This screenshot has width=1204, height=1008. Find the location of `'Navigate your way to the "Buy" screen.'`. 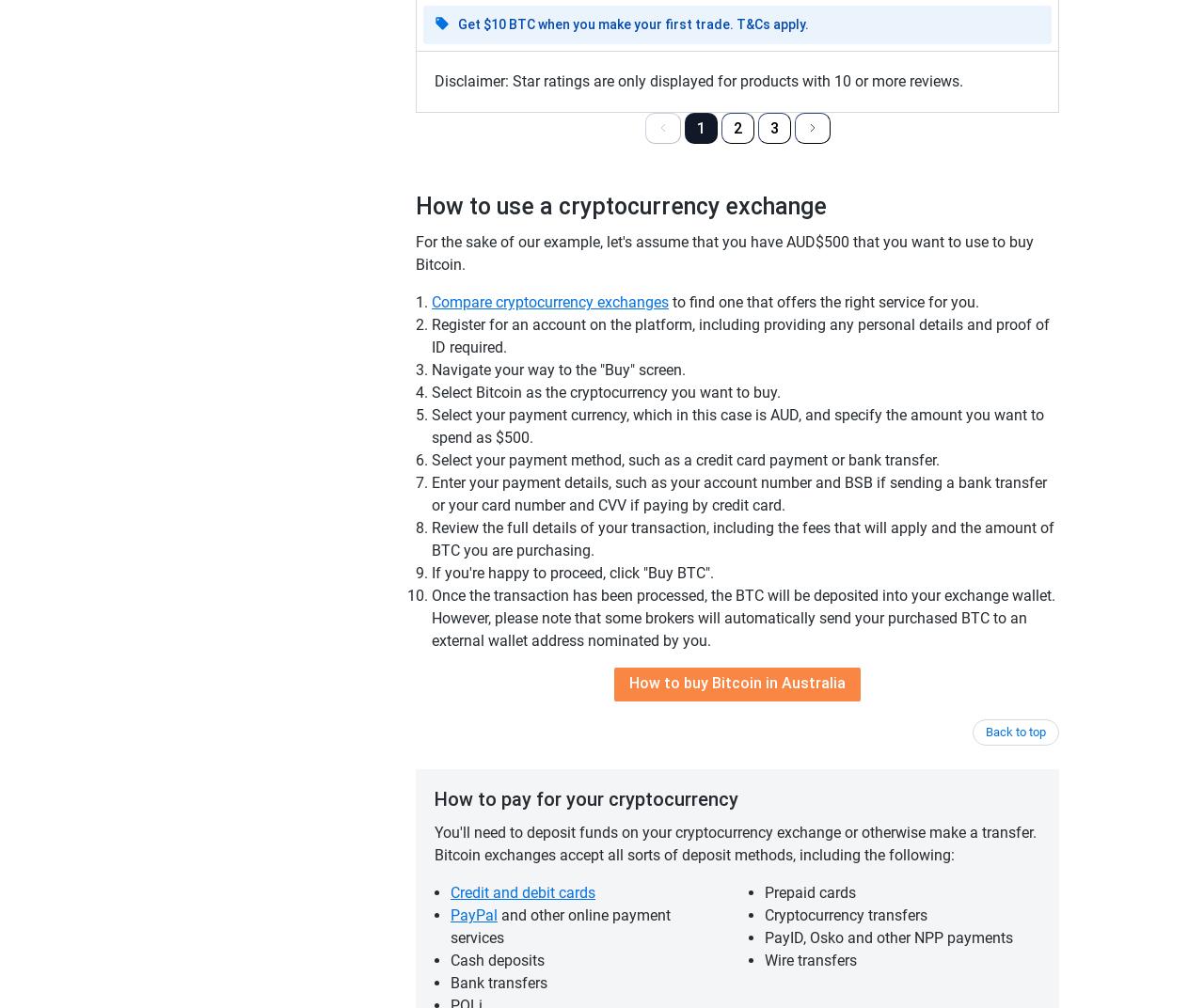

'Navigate your way to the "Buy" screen.' is located at coordinates (558, 370).